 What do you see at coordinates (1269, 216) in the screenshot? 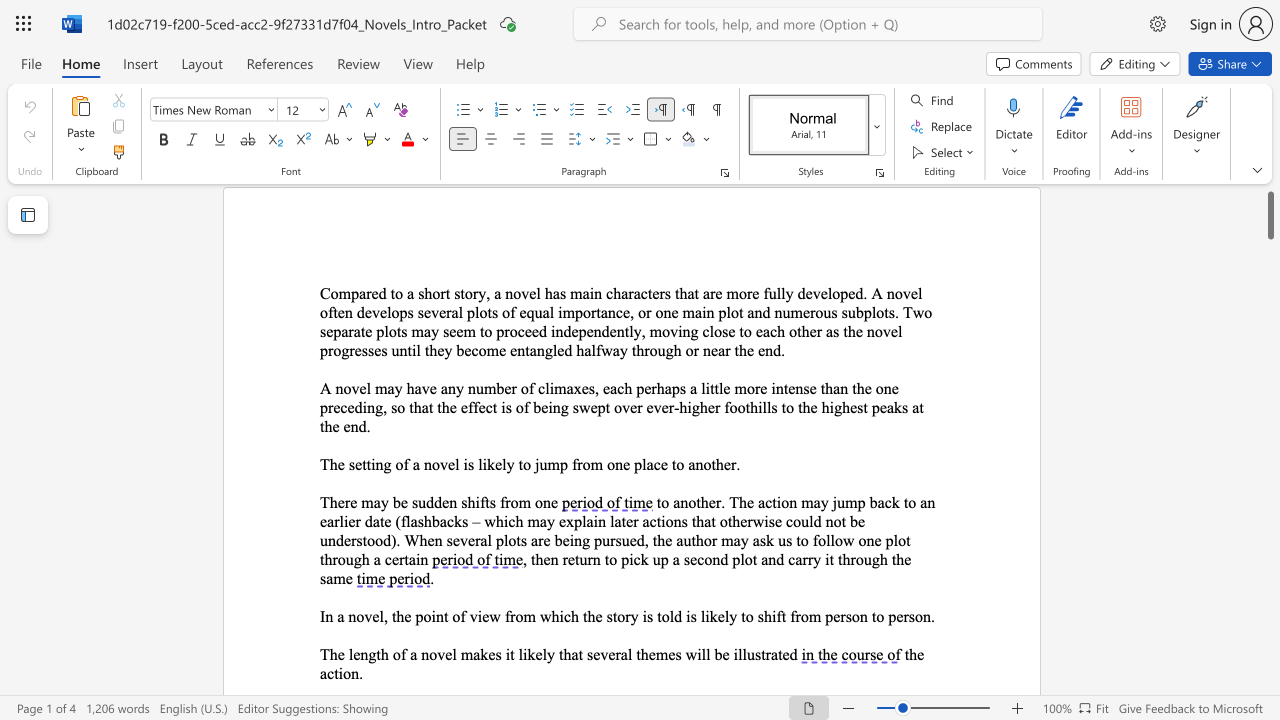
I see `the scrollbar and move down 3310 pixels` at bounding box center [1269, 216].